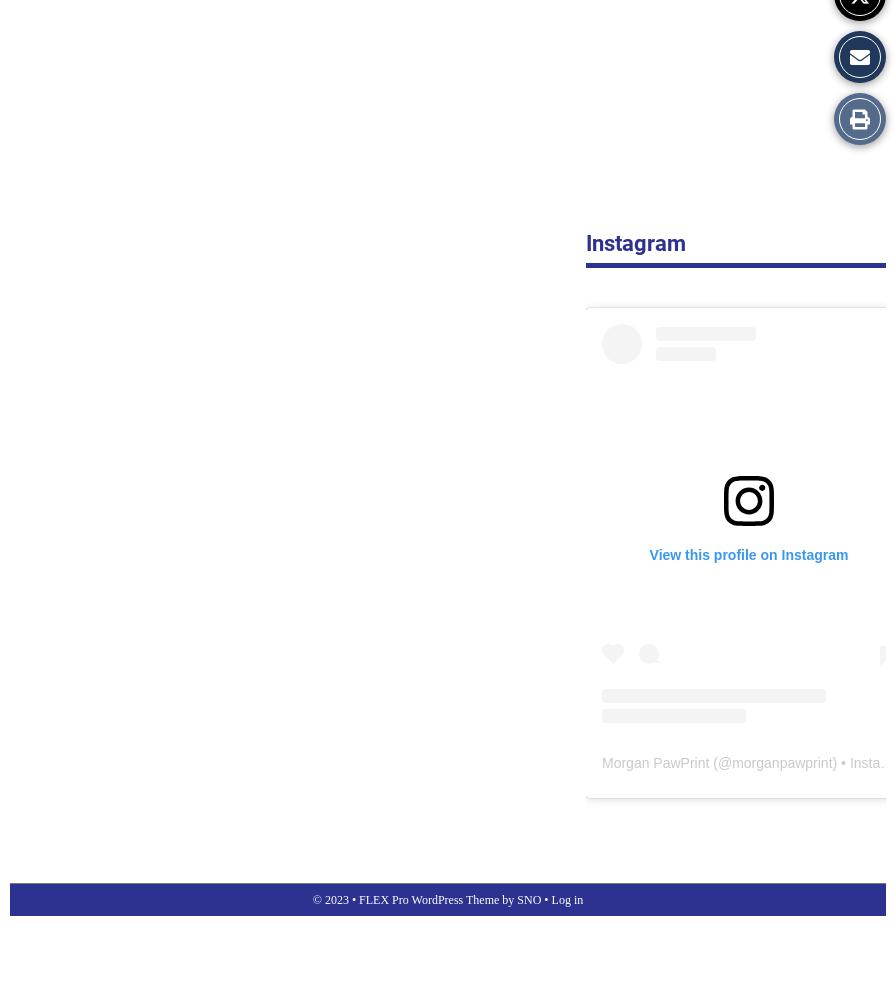  I want to click on 'SNO', so click(528, 899).